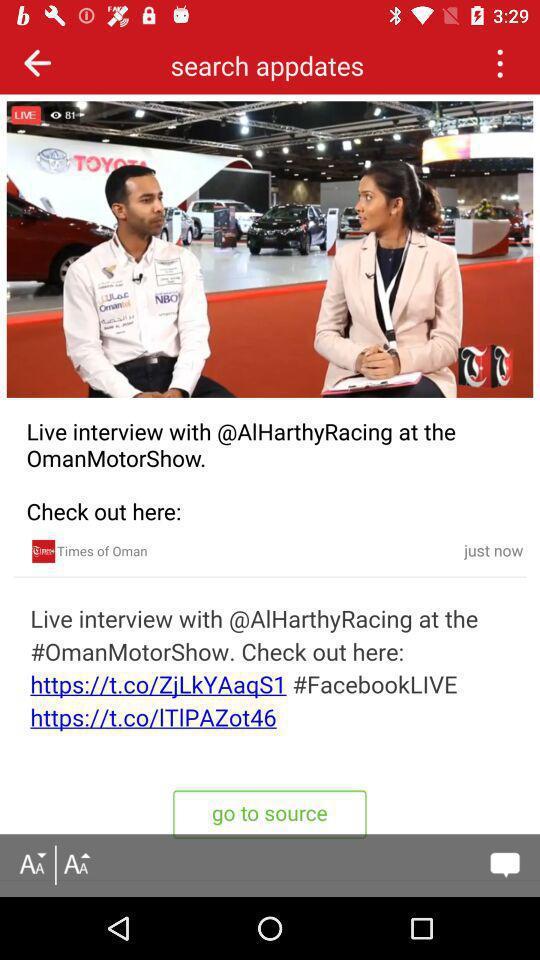 The width and height of the screenshot is (540, 960). What do you see at coordinates (498, 62) in the screenshot?
I see `the 3 vertical dots icon` at bounding box center [498, 62].